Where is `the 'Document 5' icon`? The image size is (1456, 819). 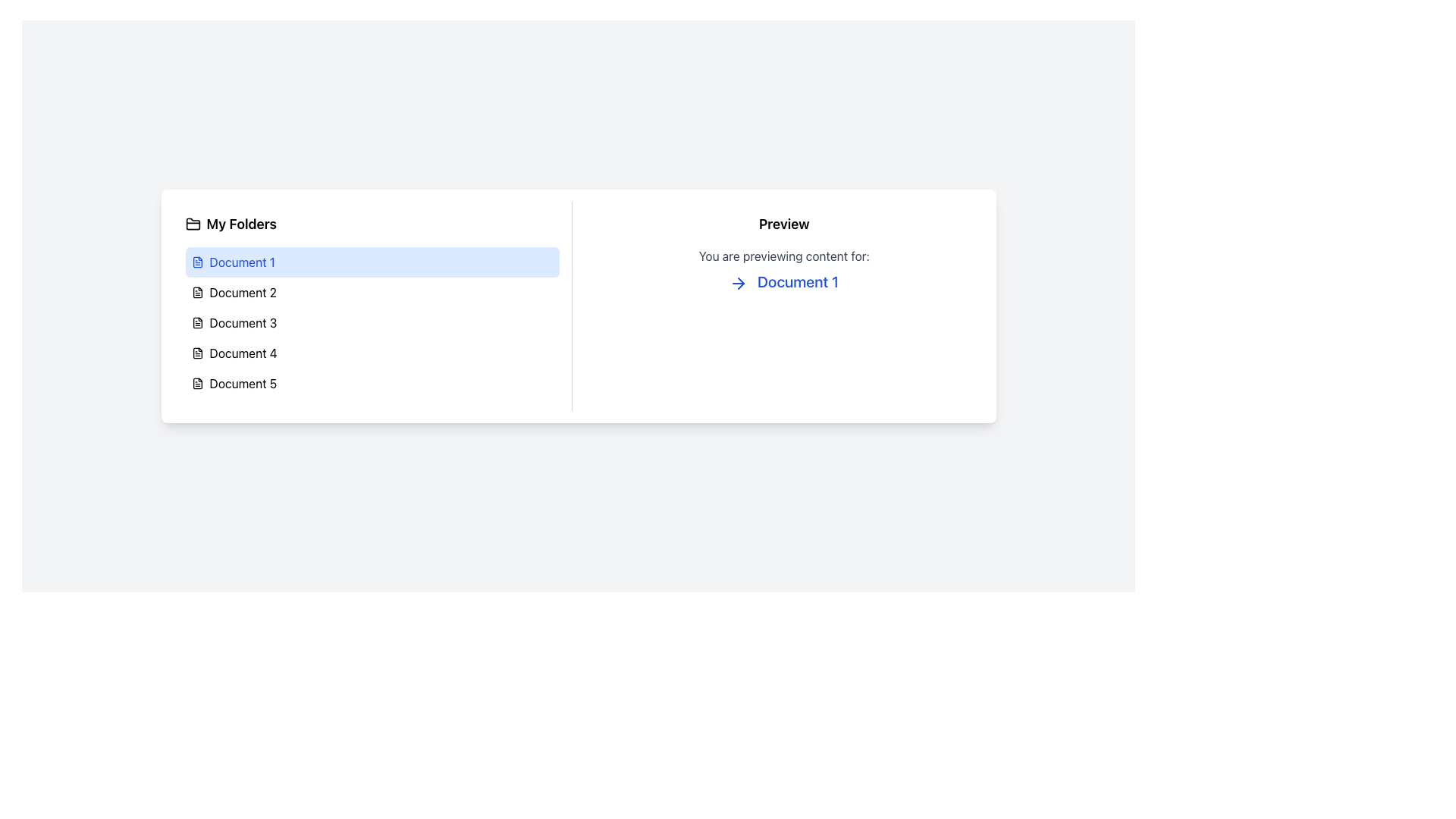 the 'Document 5' icon is located at coordinates (196, 382).